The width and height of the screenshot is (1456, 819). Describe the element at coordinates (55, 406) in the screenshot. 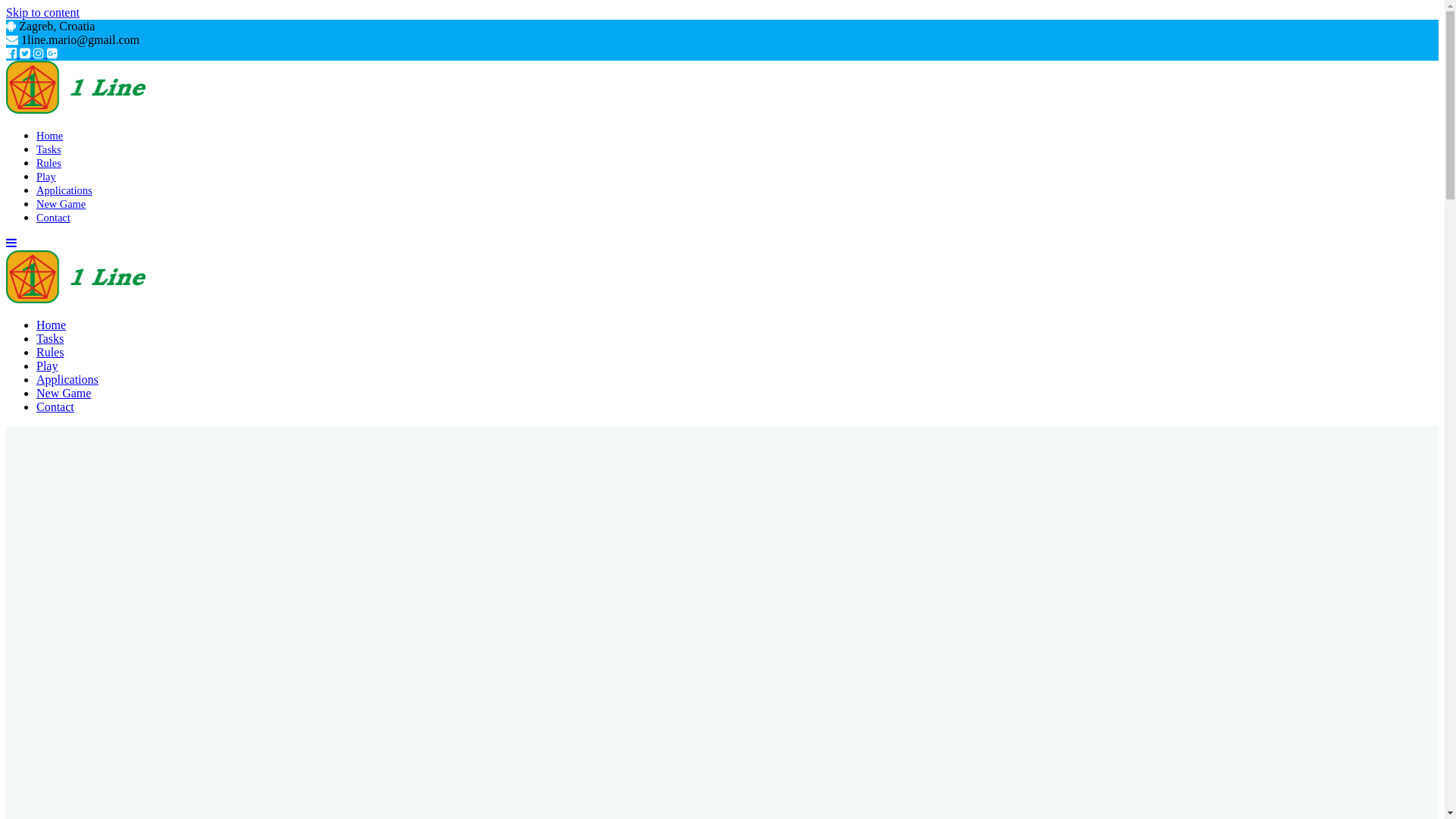

I see `'Contact'` at that location.